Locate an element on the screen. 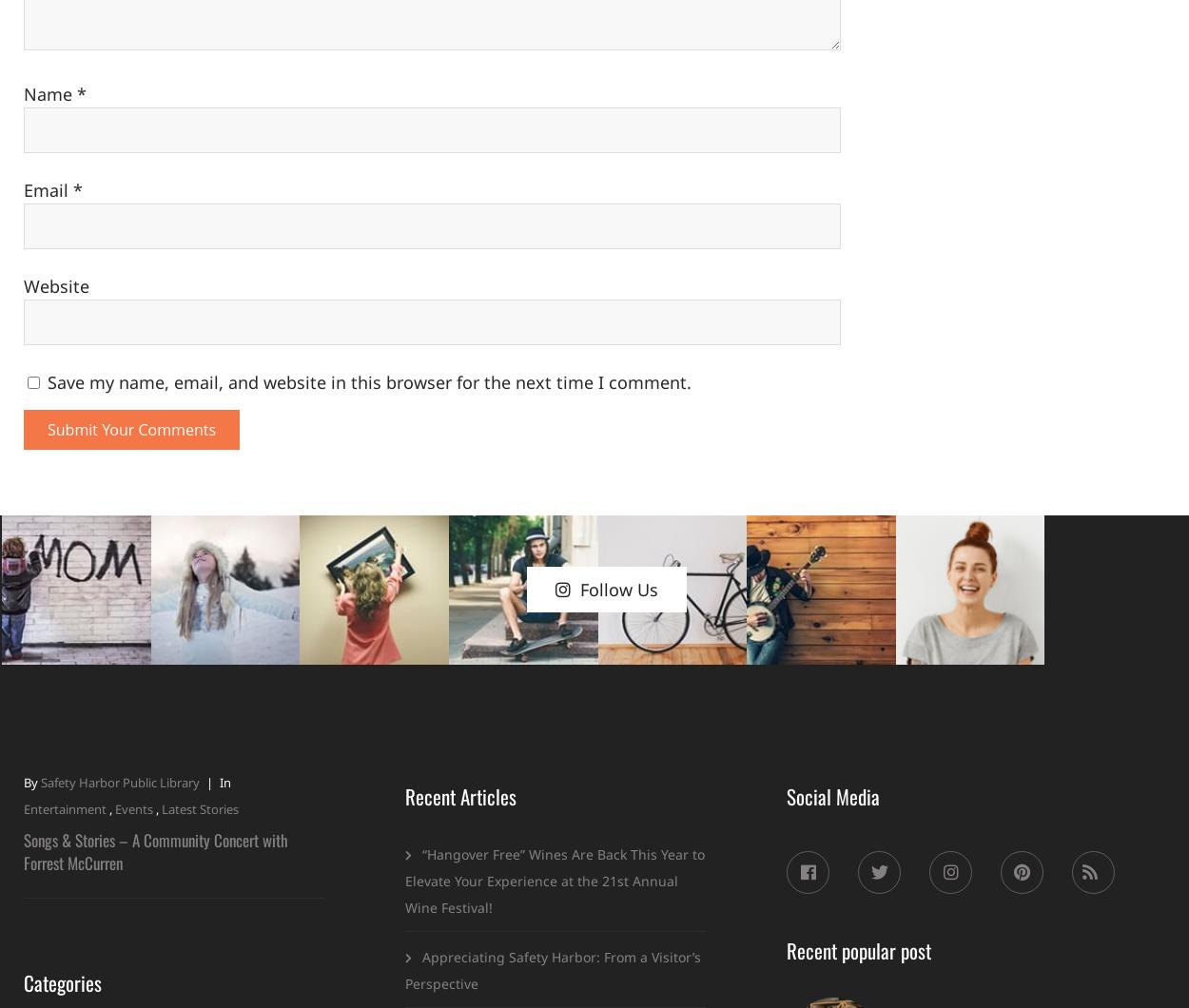 The width and height of the screenshot is (1189, 1008). 'Follow Us' is located at coordinates (618, 589).